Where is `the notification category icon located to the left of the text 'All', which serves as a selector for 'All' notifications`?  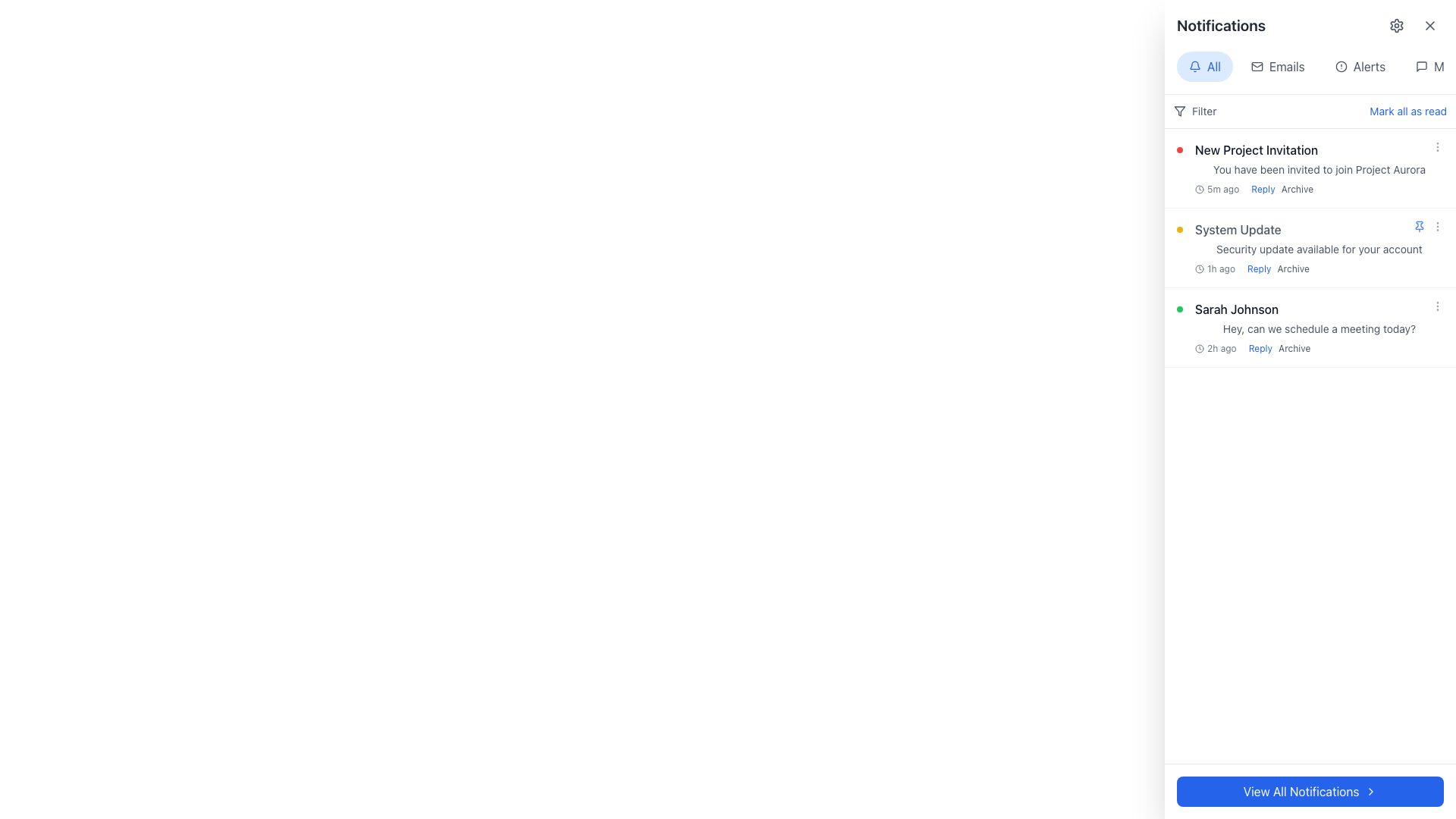
the notification category icon located to the left of the text 'All', which serves as a selector for 'All' notifications is located at coordinates (1194, 66).